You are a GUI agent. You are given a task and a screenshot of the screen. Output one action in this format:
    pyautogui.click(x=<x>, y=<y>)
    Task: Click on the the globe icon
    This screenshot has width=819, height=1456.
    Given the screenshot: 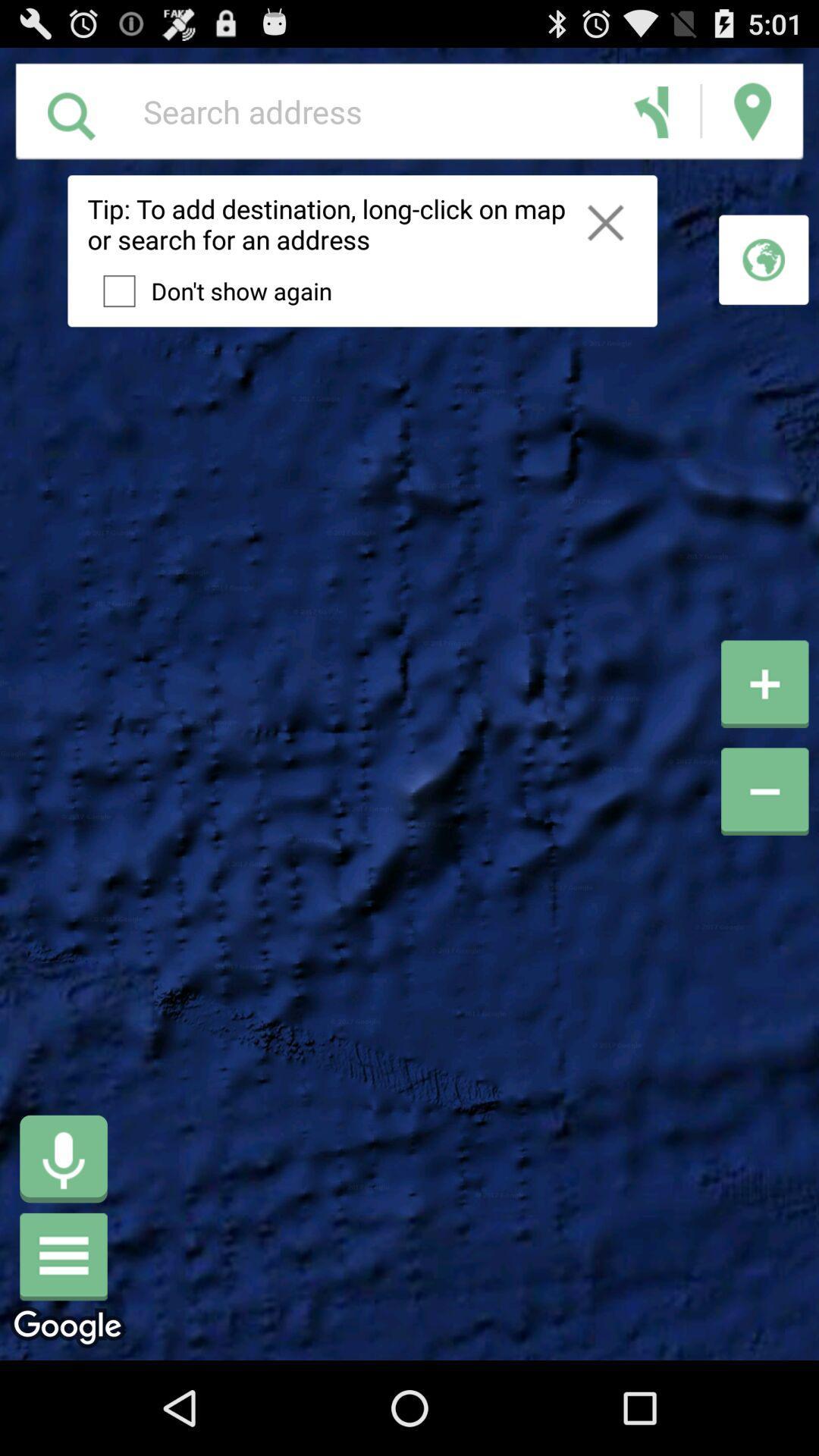 What is the action you would take?
    pyautogui.click(x=764, y=278)
    